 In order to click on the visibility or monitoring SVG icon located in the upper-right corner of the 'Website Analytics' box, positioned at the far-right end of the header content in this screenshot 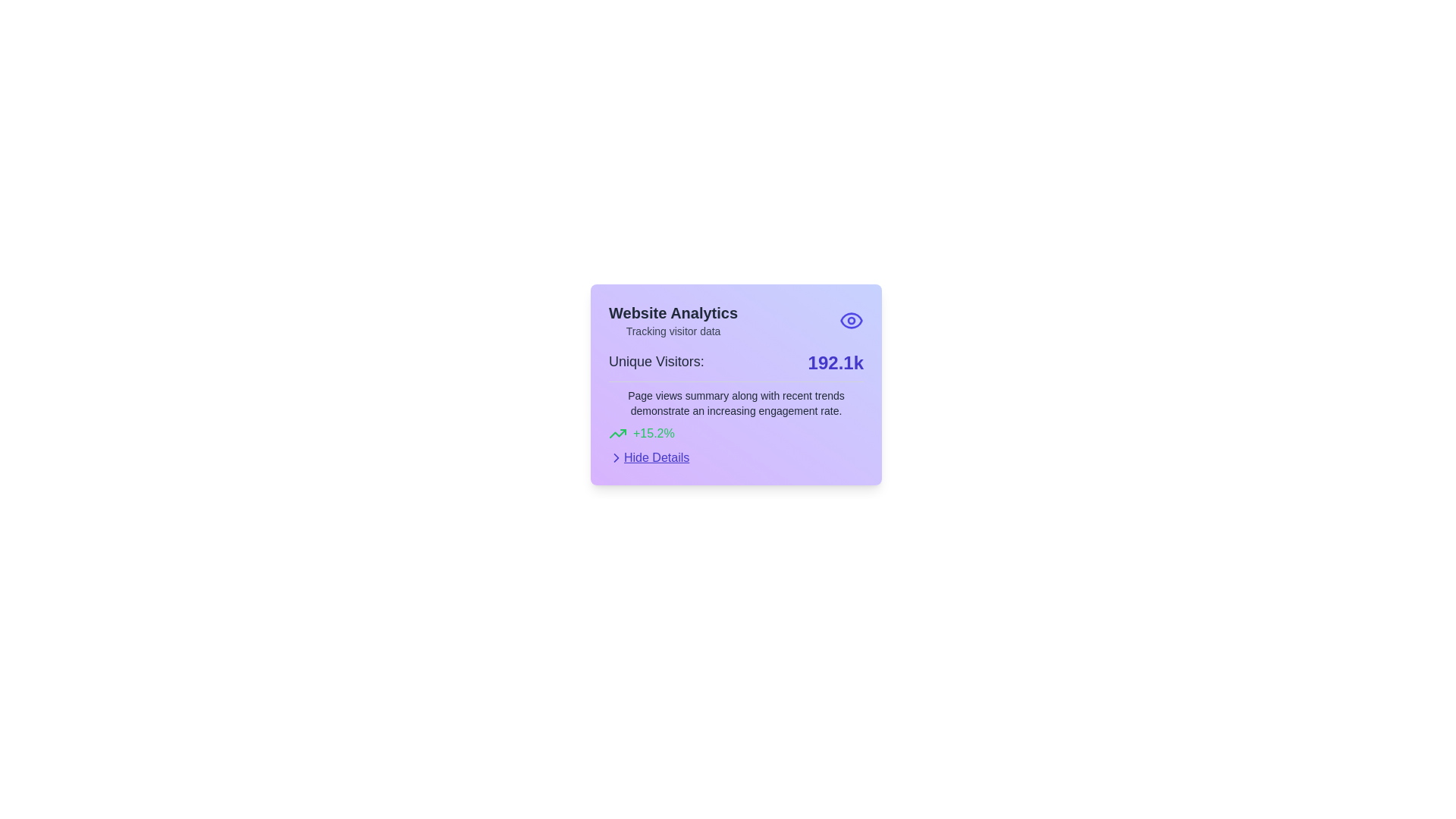, I will do `click(852, 320)`.